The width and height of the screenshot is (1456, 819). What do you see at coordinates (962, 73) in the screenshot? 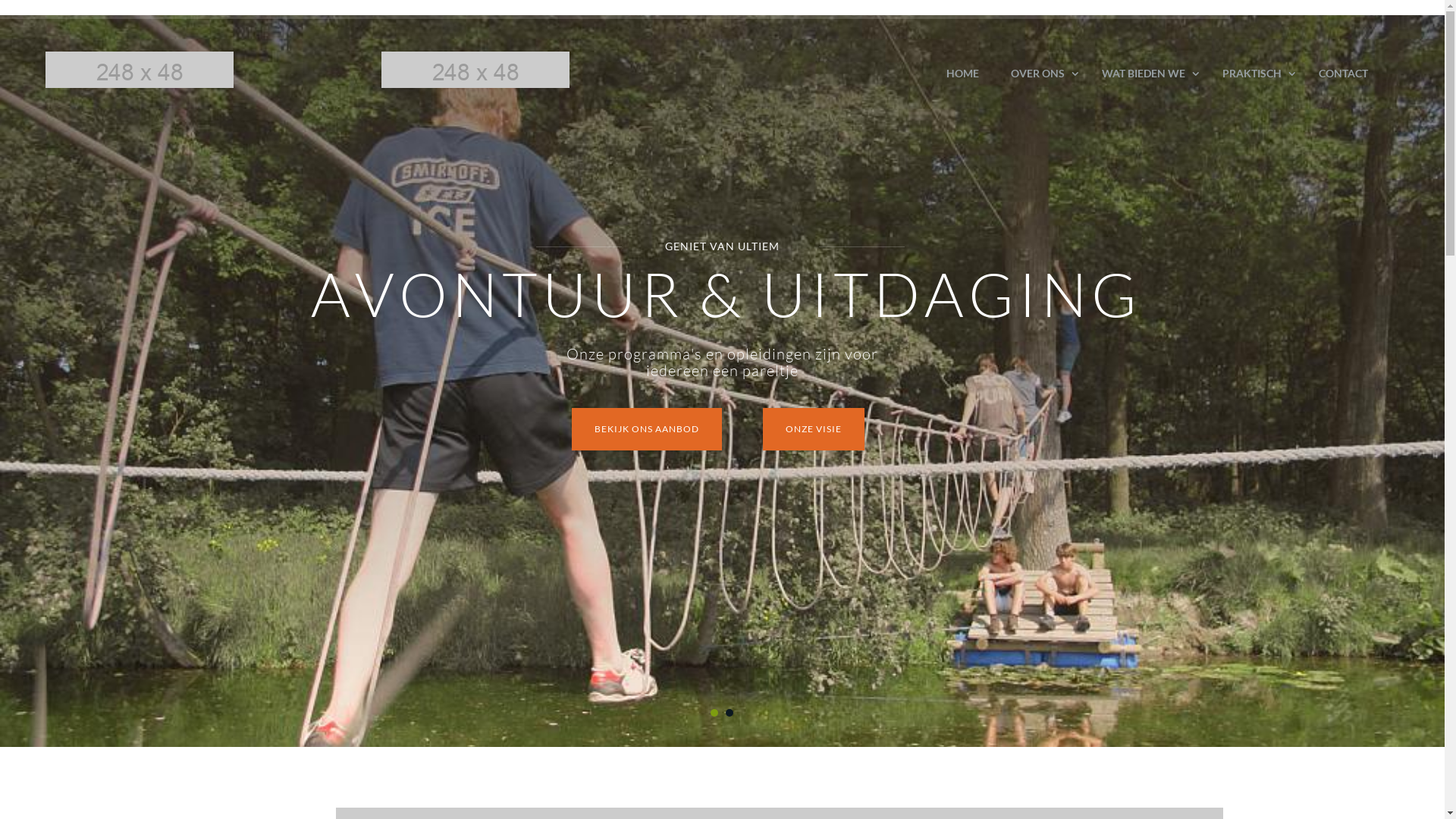
I see `'HOME'` at bounding box center [962, 73].